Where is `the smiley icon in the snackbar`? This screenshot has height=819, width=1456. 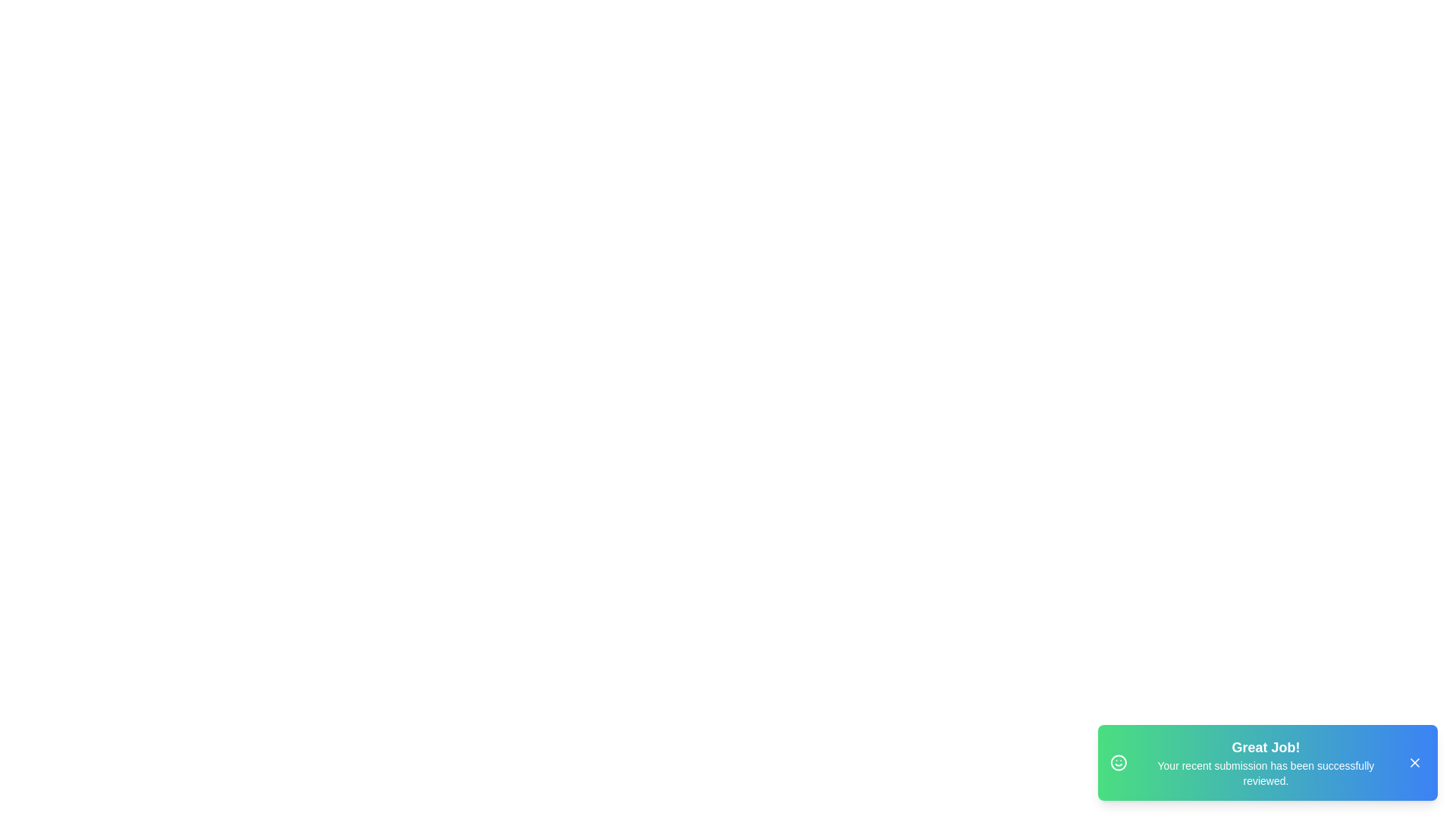 the smiley icon in the snackbar is located at coordinates (1118, 763).